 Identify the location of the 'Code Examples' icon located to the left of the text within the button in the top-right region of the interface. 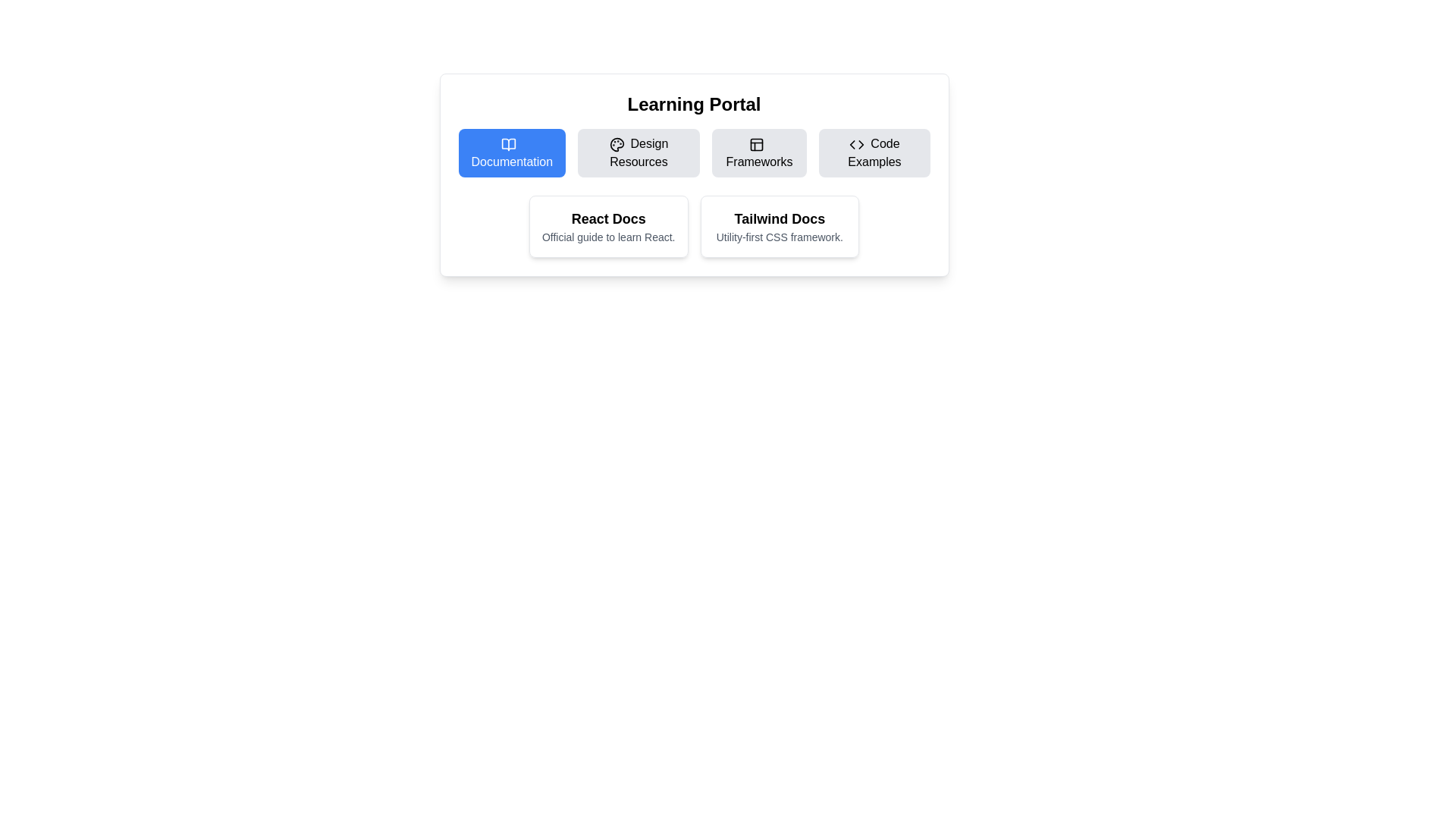
(857, 144).